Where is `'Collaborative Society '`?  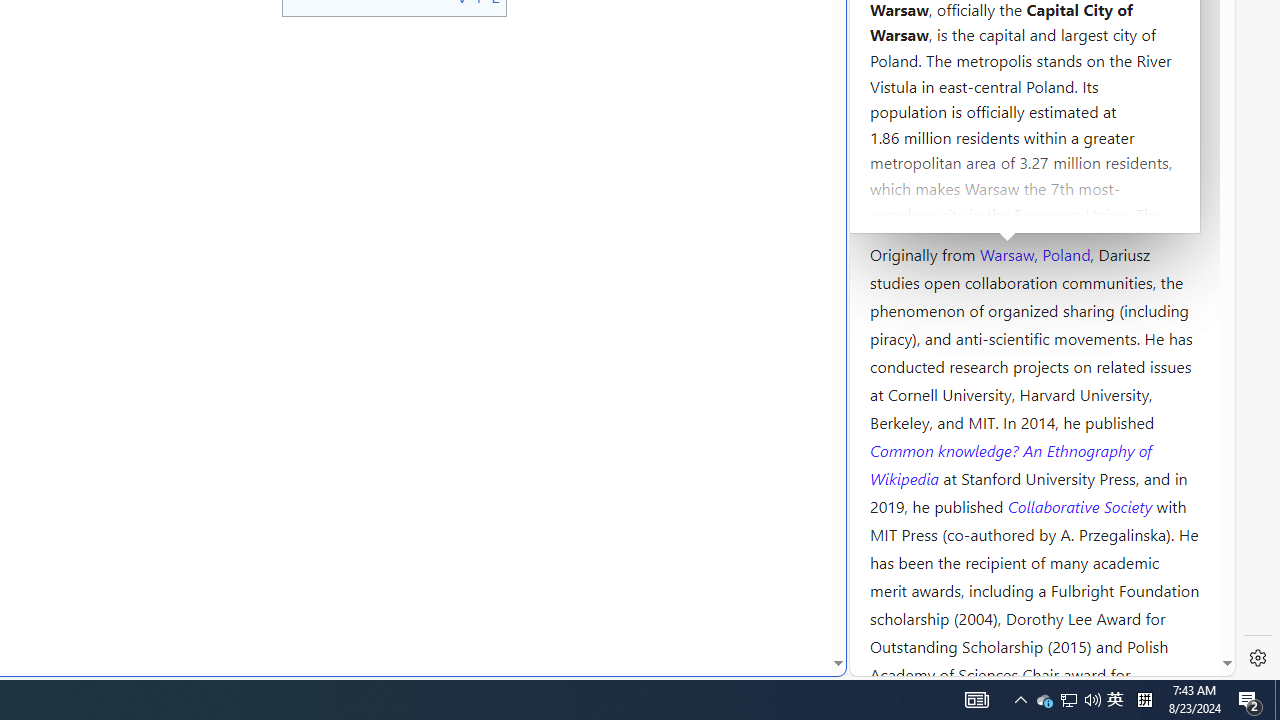
'Collaborative Society ' is located at coordinates (1081, 504).